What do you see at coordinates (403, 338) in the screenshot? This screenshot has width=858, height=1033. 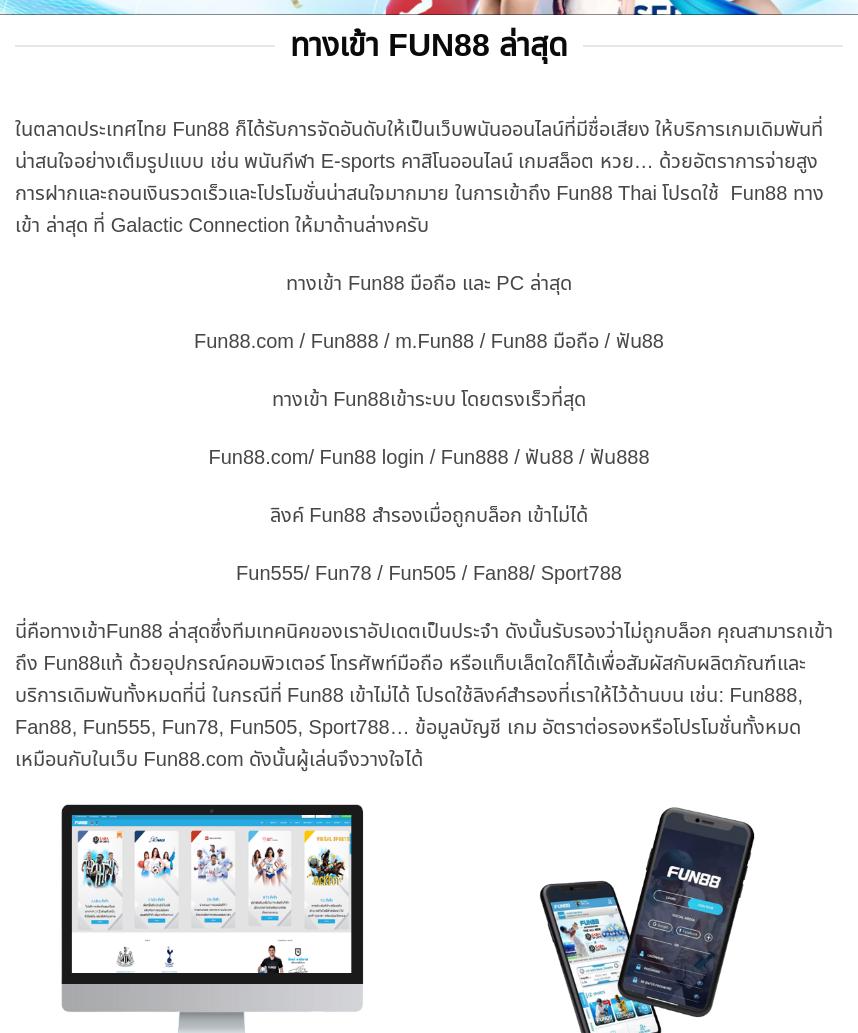 I see `'Fun88.com / Fun888 / m.Fun88 / Fun88 มือถือ /'` at bounding box center [403, 338].